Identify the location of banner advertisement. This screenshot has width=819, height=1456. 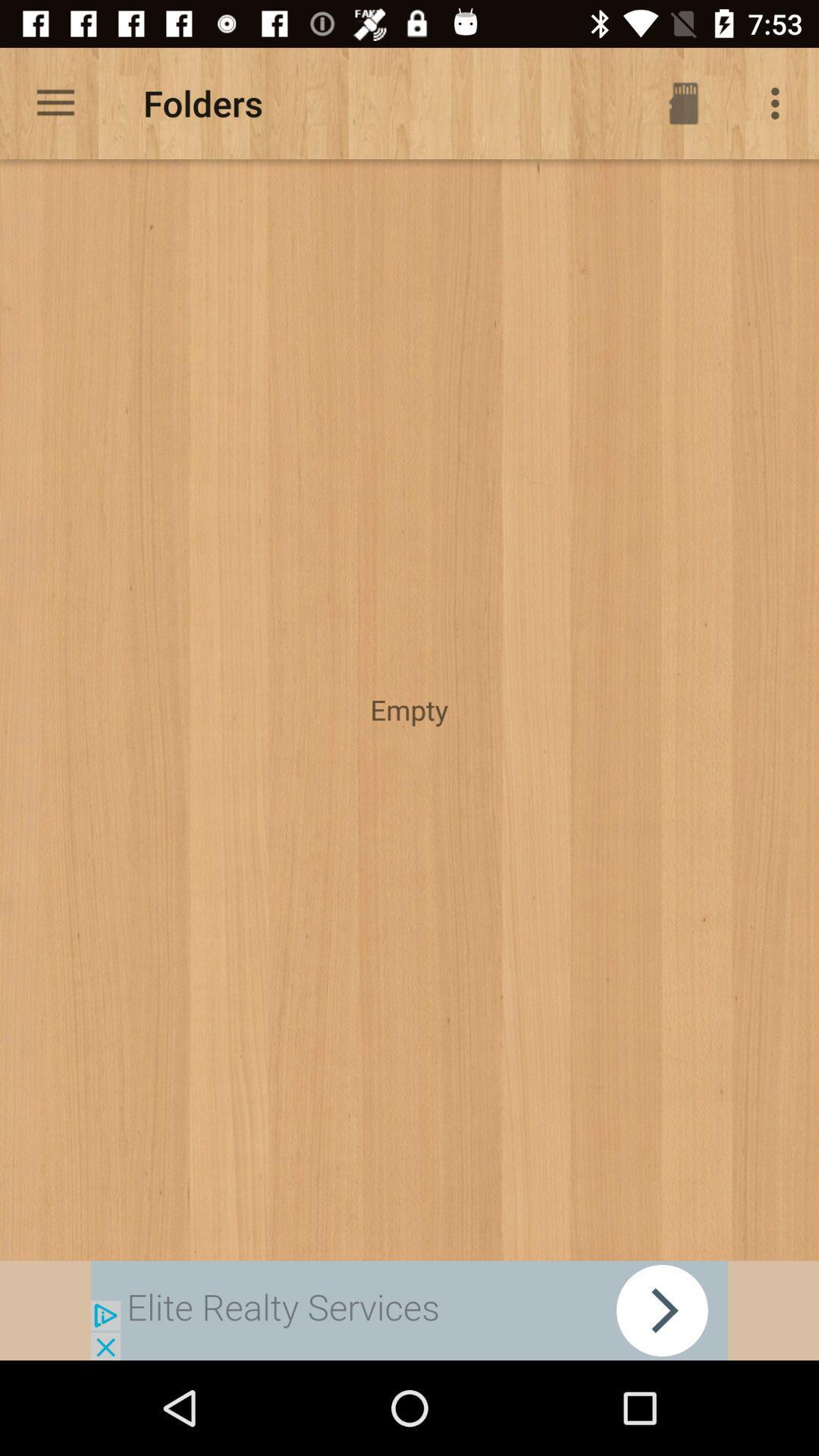
(409, 1310).